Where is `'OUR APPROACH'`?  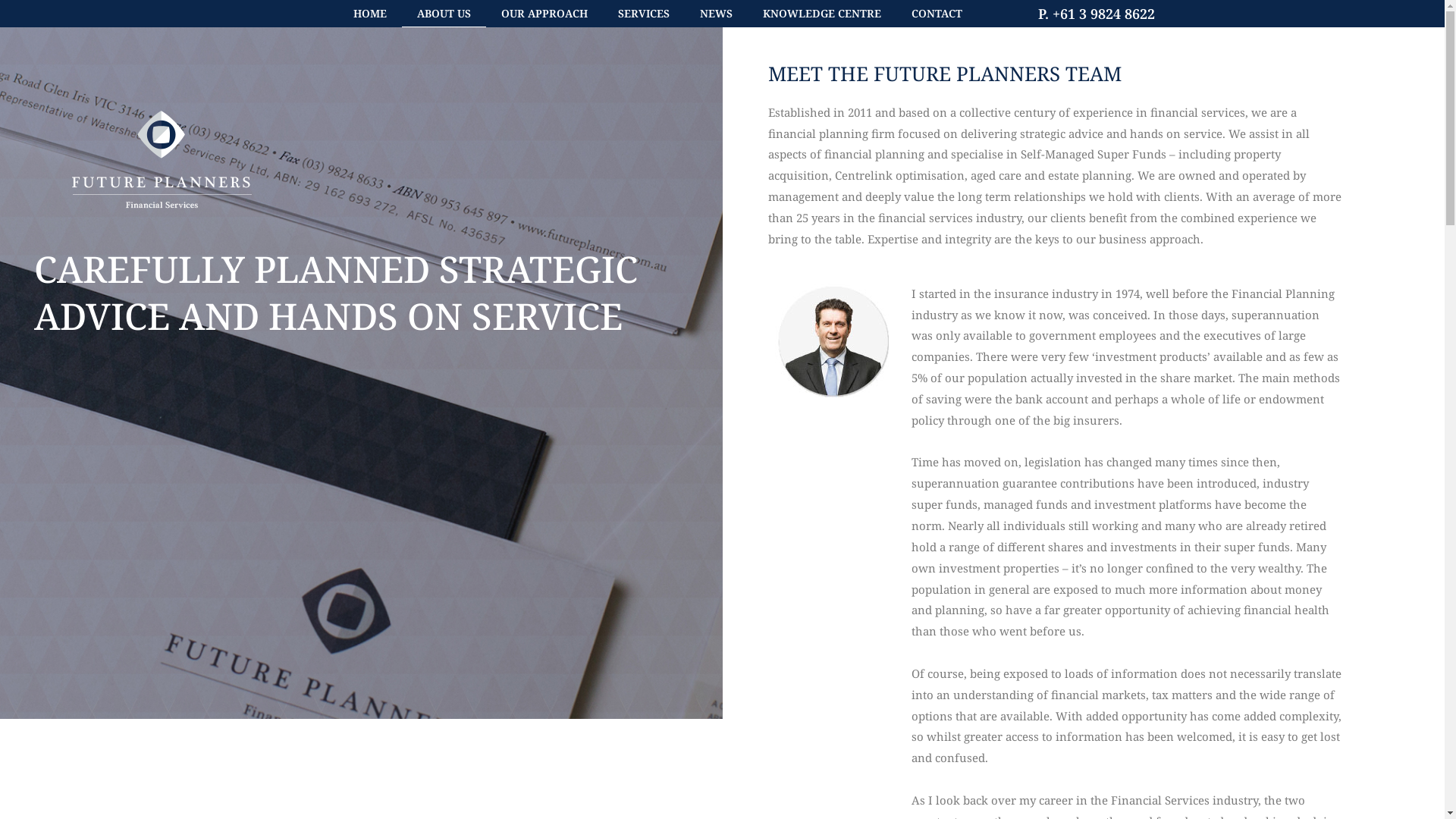 'OUR APPROACH' is located at coordinates (543, 14).